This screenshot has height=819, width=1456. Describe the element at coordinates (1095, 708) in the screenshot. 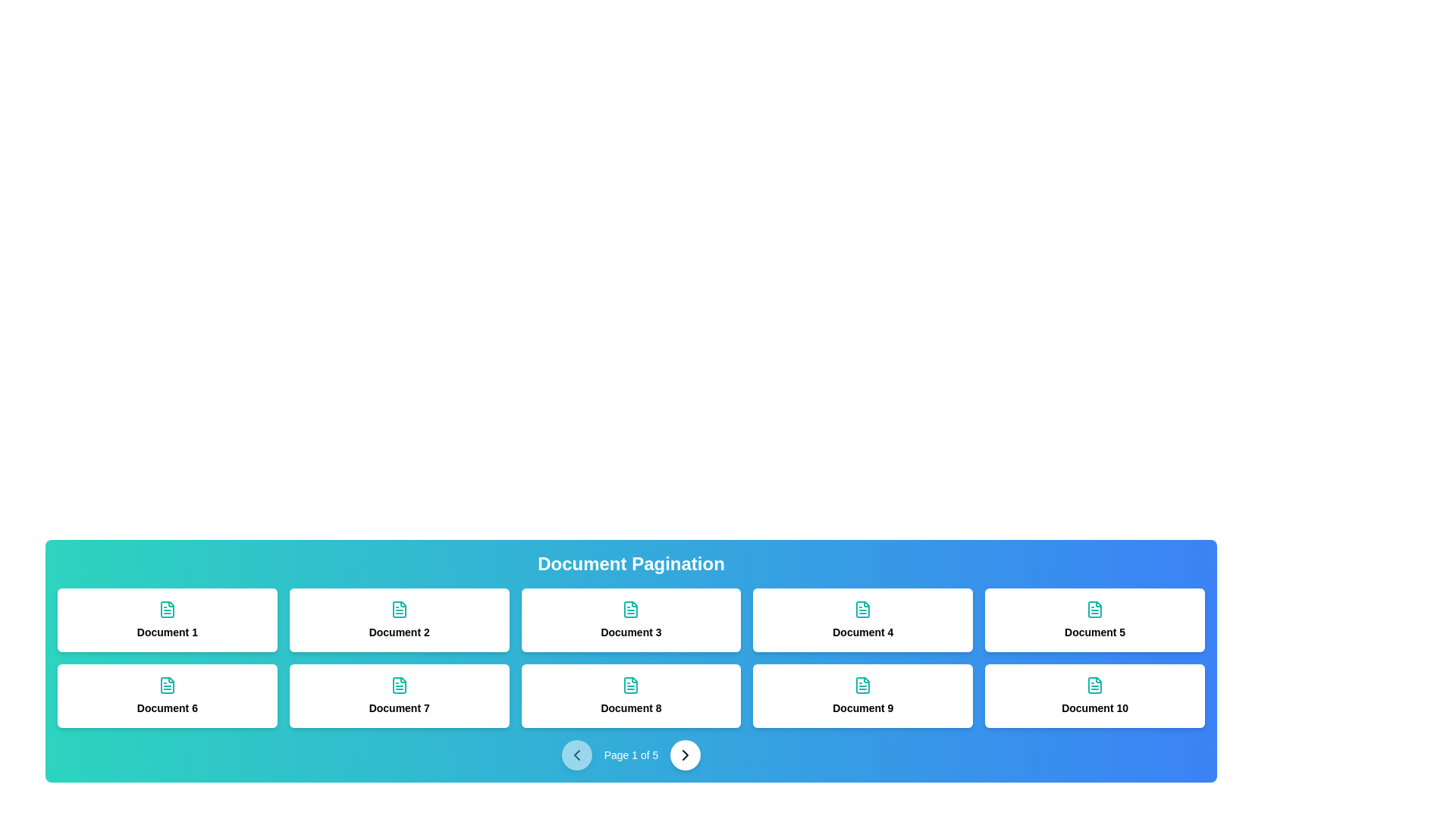

I see `the text label that identifies the document title within the last card of the second row in a grid layout` at that location.